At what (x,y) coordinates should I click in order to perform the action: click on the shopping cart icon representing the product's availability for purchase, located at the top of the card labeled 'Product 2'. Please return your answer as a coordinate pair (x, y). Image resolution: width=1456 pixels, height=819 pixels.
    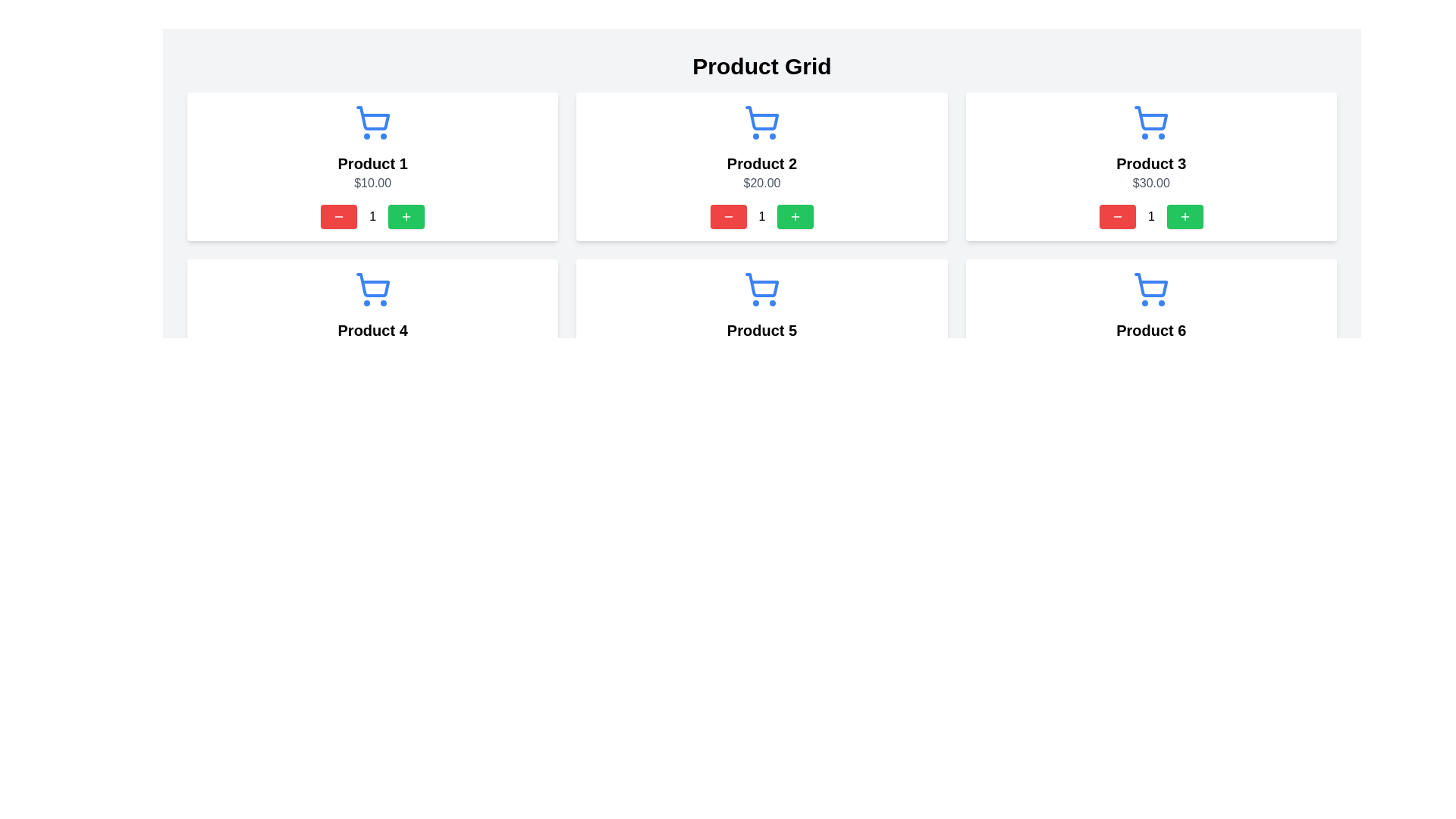
    Looking at the image, I should click on (761, 122).